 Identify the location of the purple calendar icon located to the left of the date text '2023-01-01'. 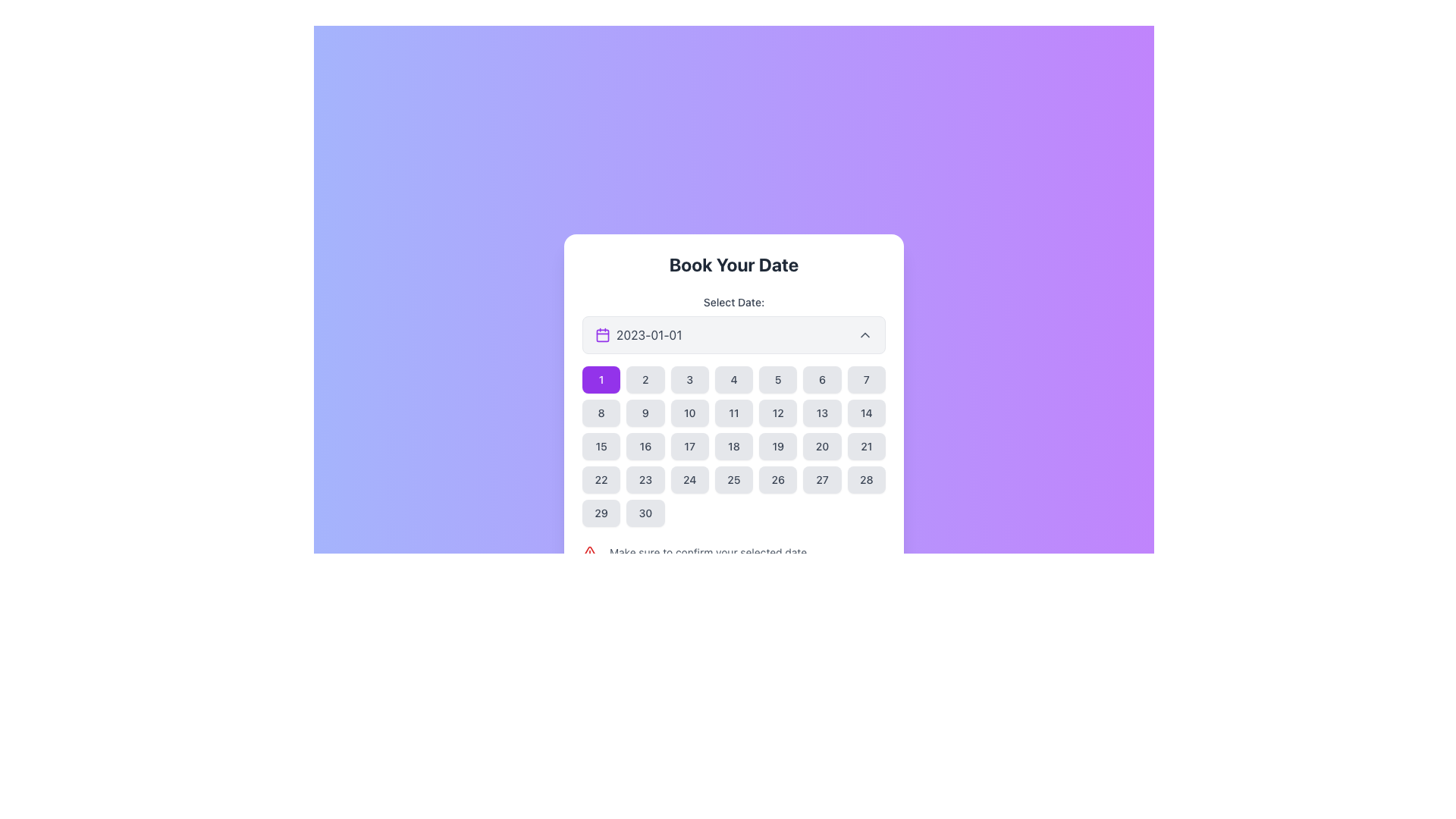
(602, 334).